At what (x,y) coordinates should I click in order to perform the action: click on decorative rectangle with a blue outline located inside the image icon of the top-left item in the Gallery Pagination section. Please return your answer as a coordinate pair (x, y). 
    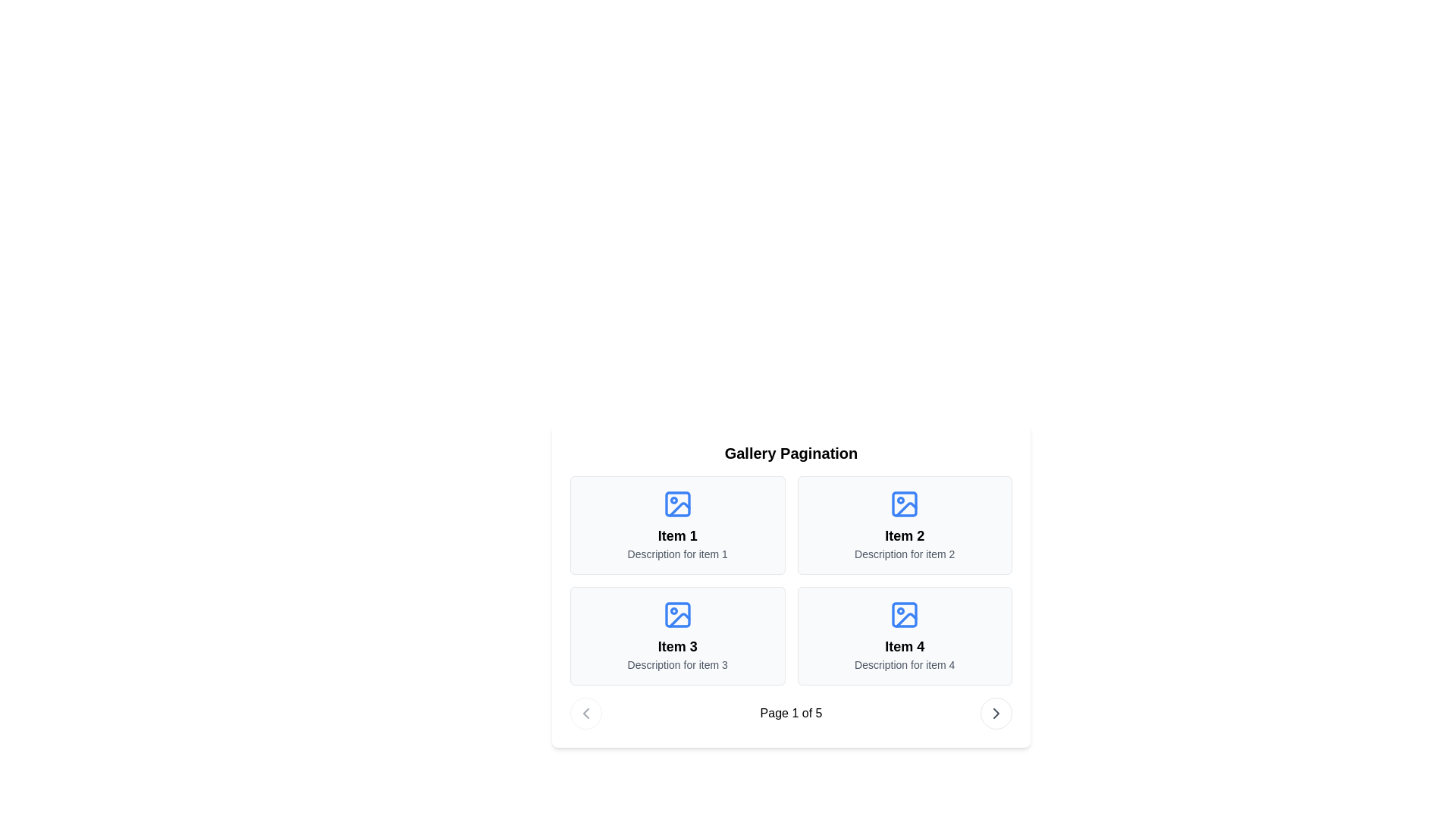
    Looking at the image, I should click on (676, 504).